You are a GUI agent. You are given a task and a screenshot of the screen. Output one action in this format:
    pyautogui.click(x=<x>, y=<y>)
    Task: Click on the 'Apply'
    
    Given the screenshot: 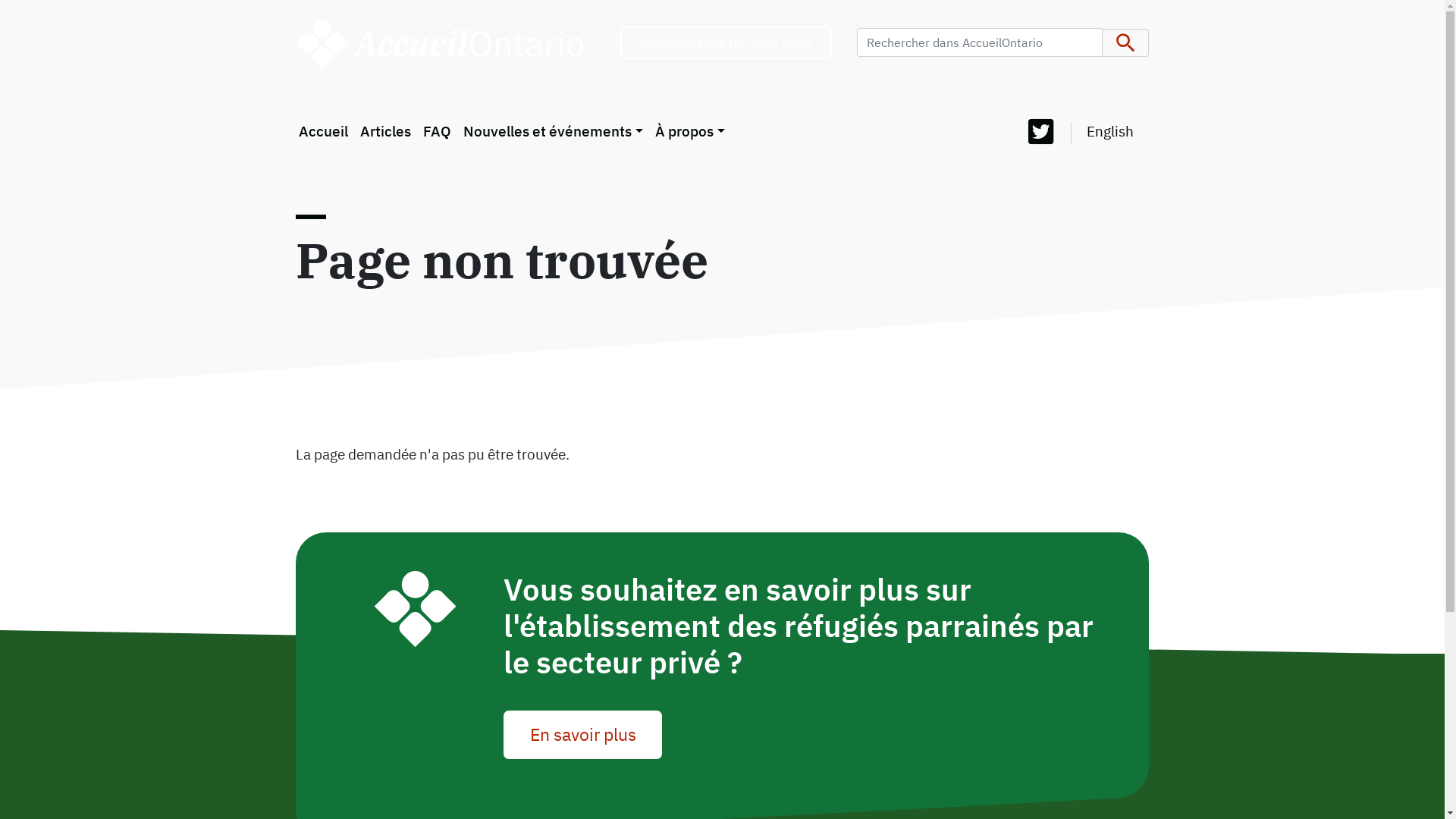 What is the action you would take?
    pyautogui.click(x=1125, y=42)
    